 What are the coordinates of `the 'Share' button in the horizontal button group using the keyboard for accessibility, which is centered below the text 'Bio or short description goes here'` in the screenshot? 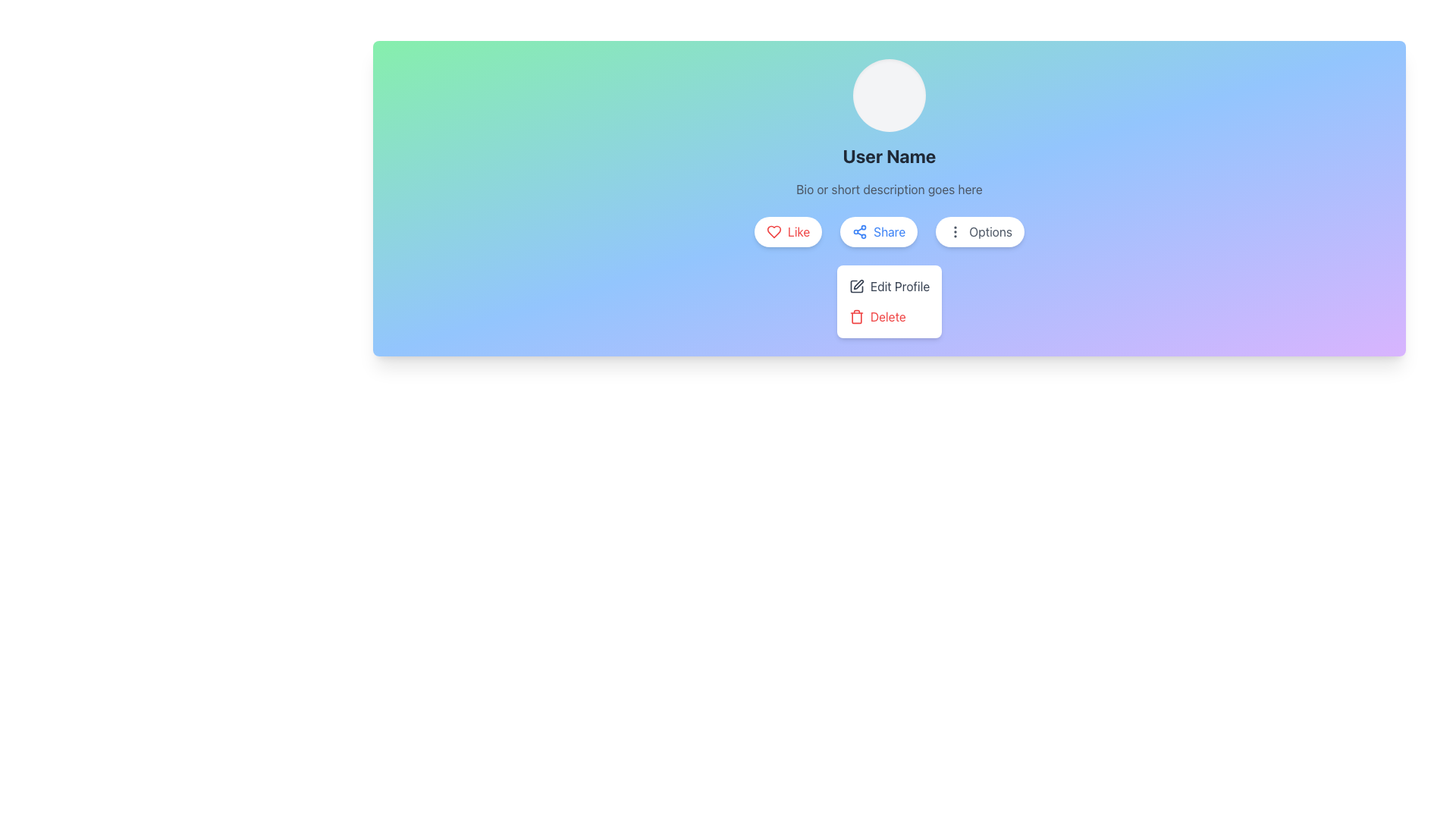 It's located at (889, 231).